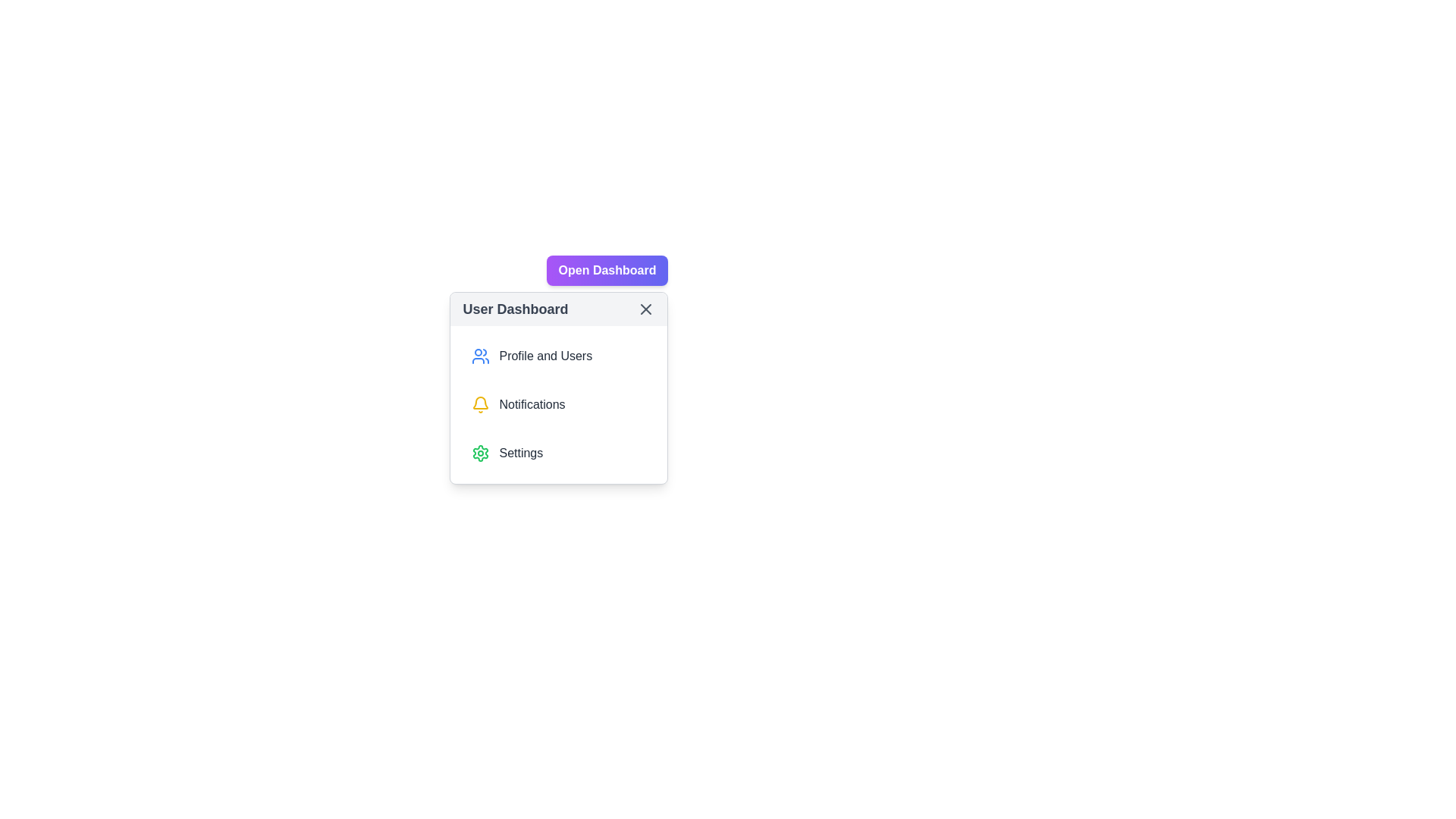 The width and height of the screenshot is (1456, 819). Describe the element at coordinates (558, 309) in the screenshot. I see `title 'User Dashboard' from the header bar of the dropdown menu, which includes a close icon and is positioned at the top of the panel` at that location.